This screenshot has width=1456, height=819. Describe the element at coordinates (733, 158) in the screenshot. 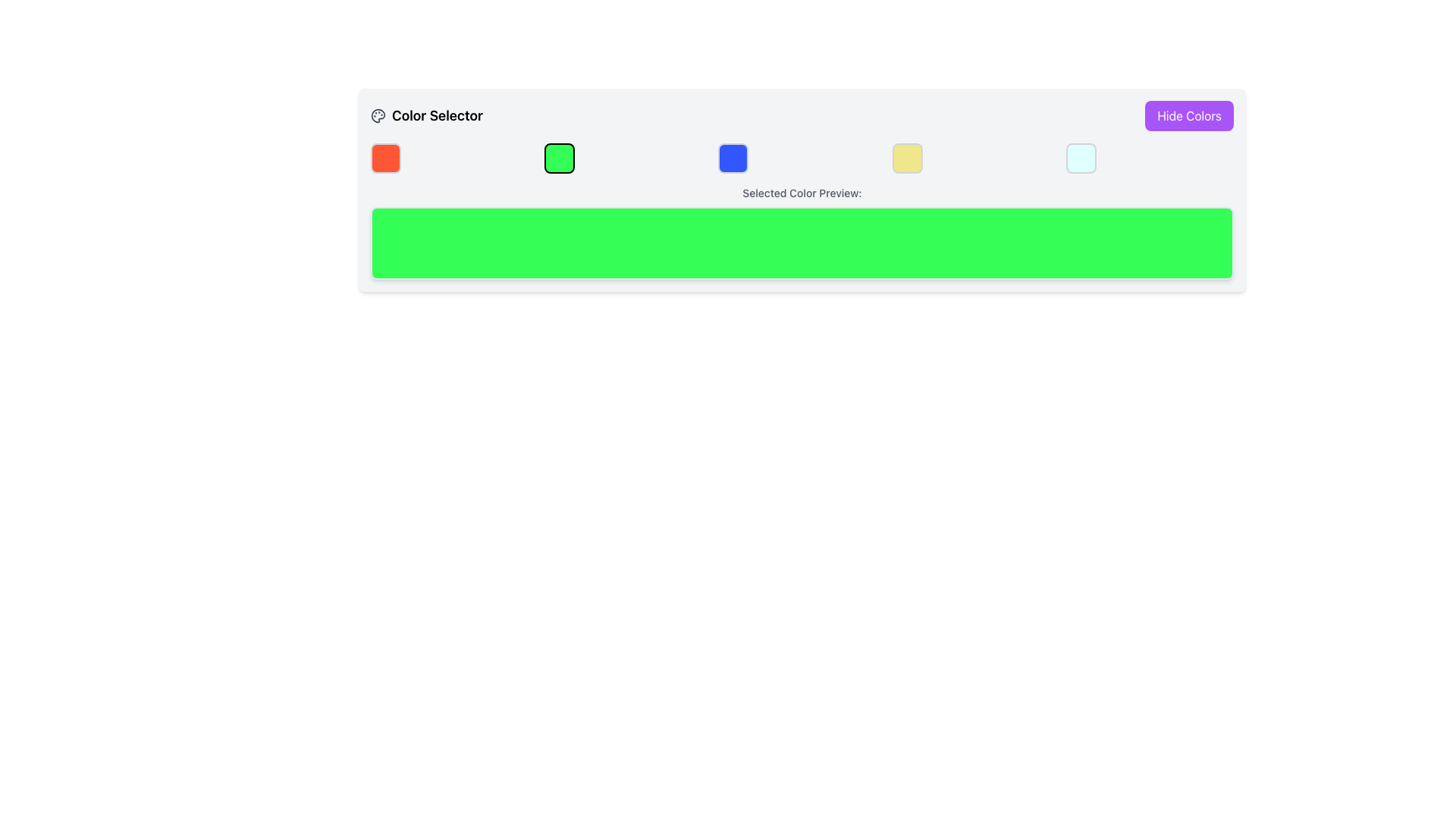

I see `the third square-shaped interactive visual element, which serves as a color selector or indicator for blue color` at that location.